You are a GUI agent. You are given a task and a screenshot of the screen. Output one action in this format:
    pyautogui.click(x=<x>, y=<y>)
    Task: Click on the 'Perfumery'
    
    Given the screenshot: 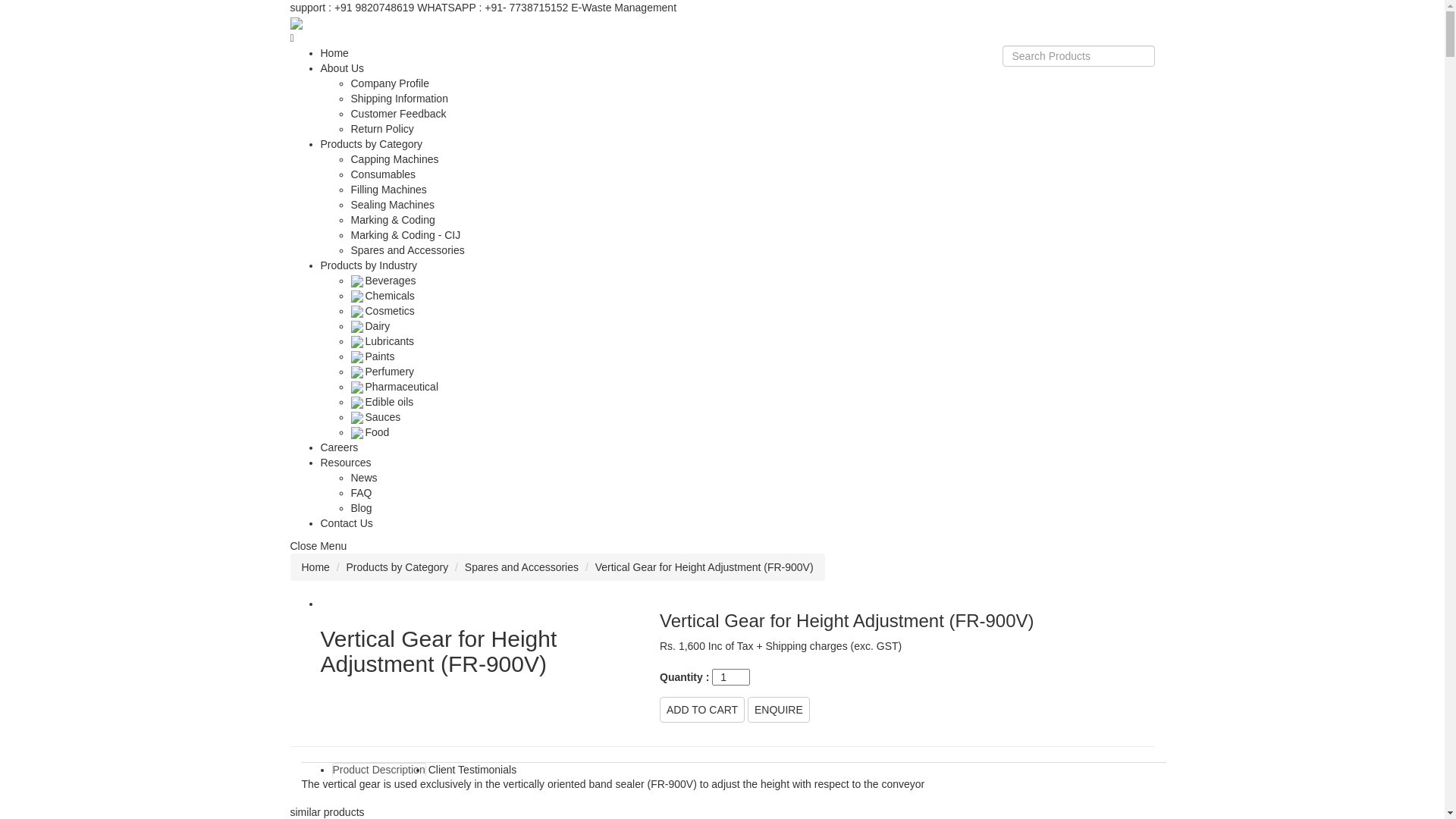 What is the action you would take?
    pyautogui.click(x=382, y=371)
    